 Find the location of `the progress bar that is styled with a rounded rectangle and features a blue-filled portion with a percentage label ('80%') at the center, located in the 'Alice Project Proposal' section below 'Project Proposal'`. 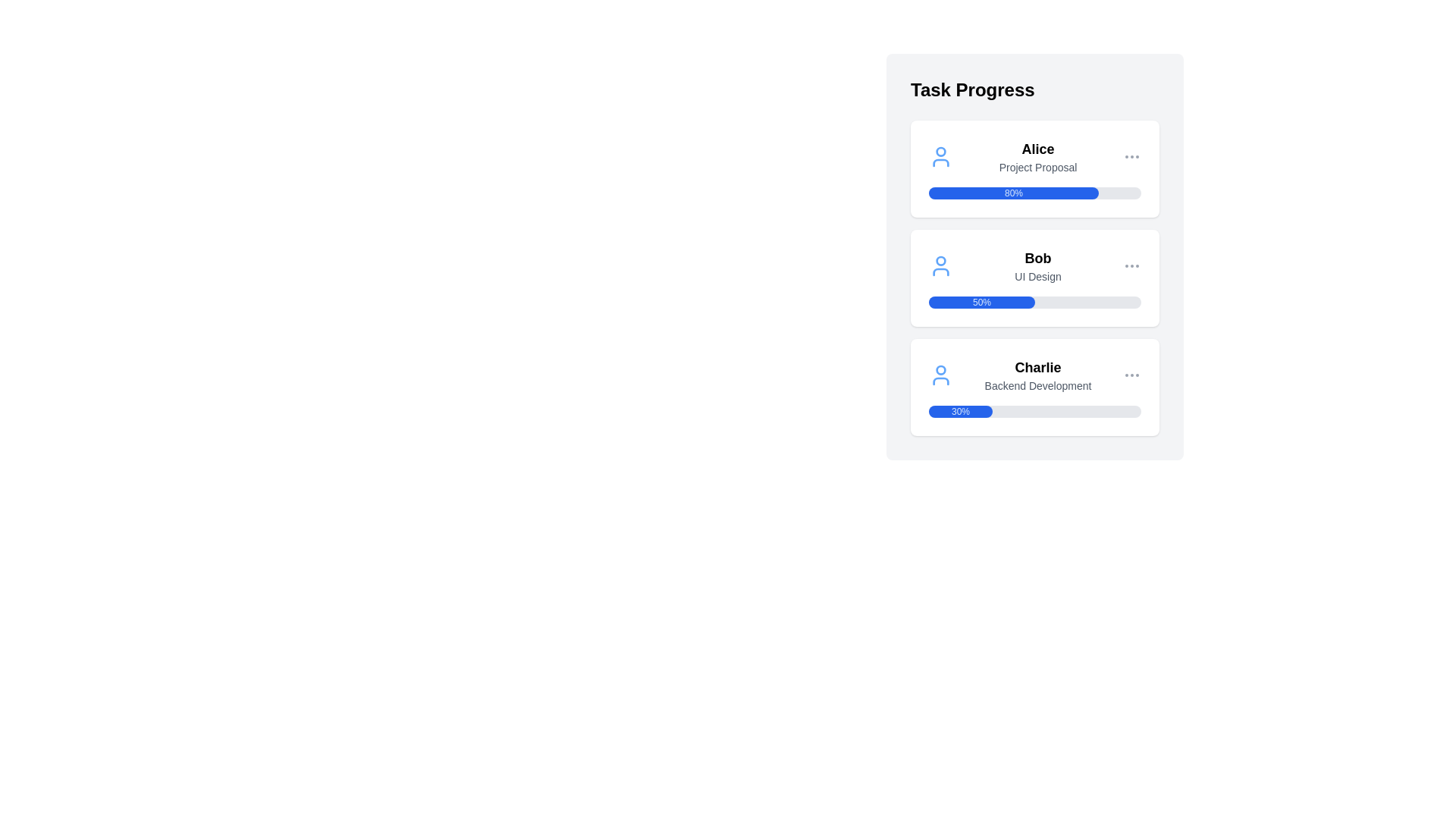

the progress bar that is styled with a rounded rectangle and features a blue-filled portion with a percentage label ('80%') at the center, located in the 'Alice Project Proposal' section below 'Project Proposal' is located at coordinates (1034, 192).